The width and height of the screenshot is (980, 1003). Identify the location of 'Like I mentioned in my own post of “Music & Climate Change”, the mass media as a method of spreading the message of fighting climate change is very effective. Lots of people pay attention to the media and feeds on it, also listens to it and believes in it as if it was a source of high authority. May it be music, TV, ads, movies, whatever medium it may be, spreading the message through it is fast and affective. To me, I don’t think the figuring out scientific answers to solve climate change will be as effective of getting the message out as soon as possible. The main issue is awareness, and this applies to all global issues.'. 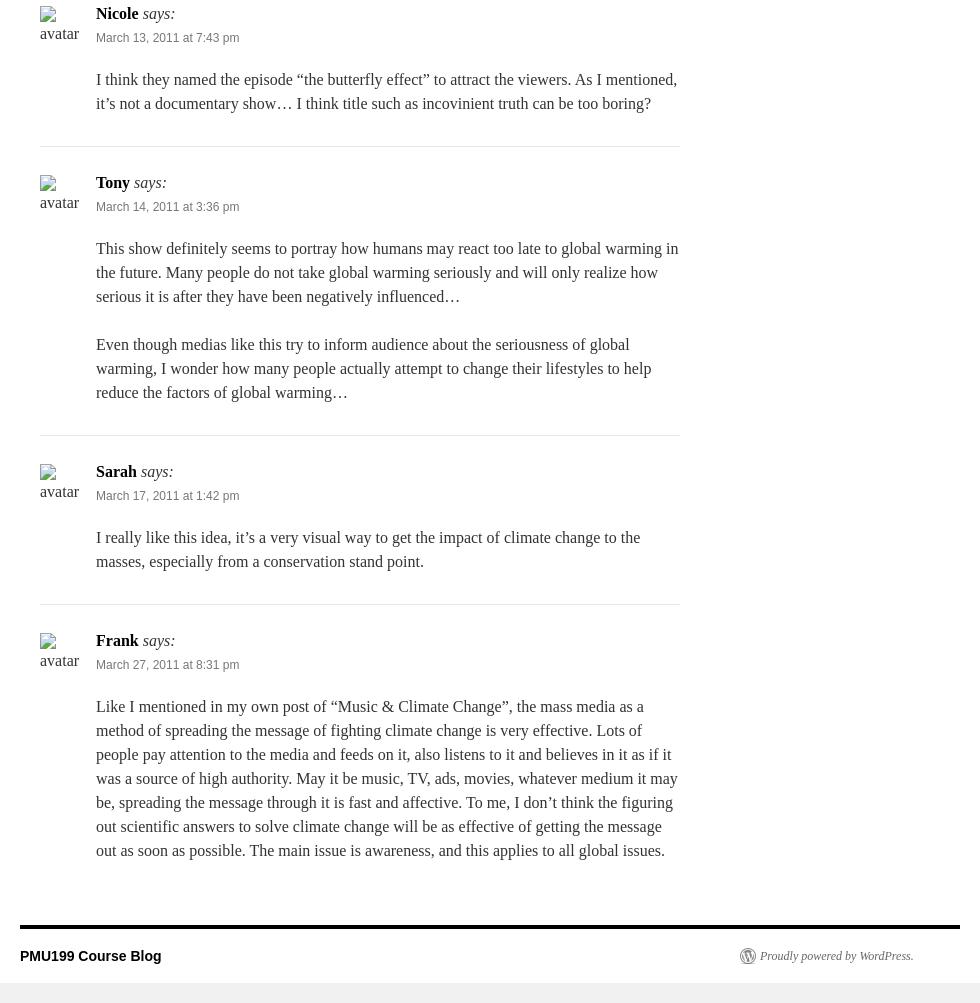
(386, 777).